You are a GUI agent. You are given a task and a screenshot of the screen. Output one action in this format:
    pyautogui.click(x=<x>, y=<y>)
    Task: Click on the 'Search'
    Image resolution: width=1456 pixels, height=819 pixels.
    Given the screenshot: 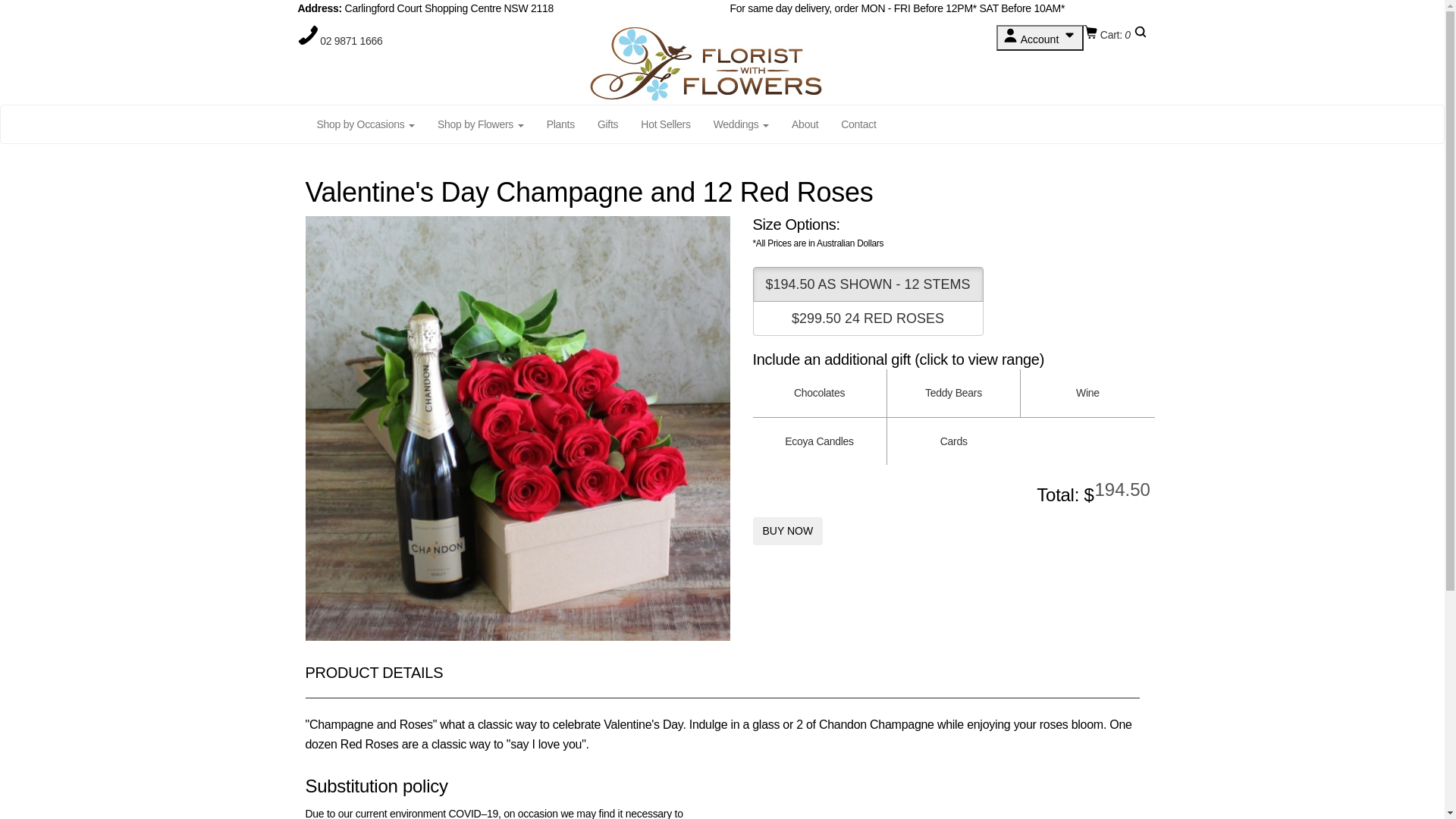 What is the action you would take?
    pyautogui.click(x=1139, y=34)
    